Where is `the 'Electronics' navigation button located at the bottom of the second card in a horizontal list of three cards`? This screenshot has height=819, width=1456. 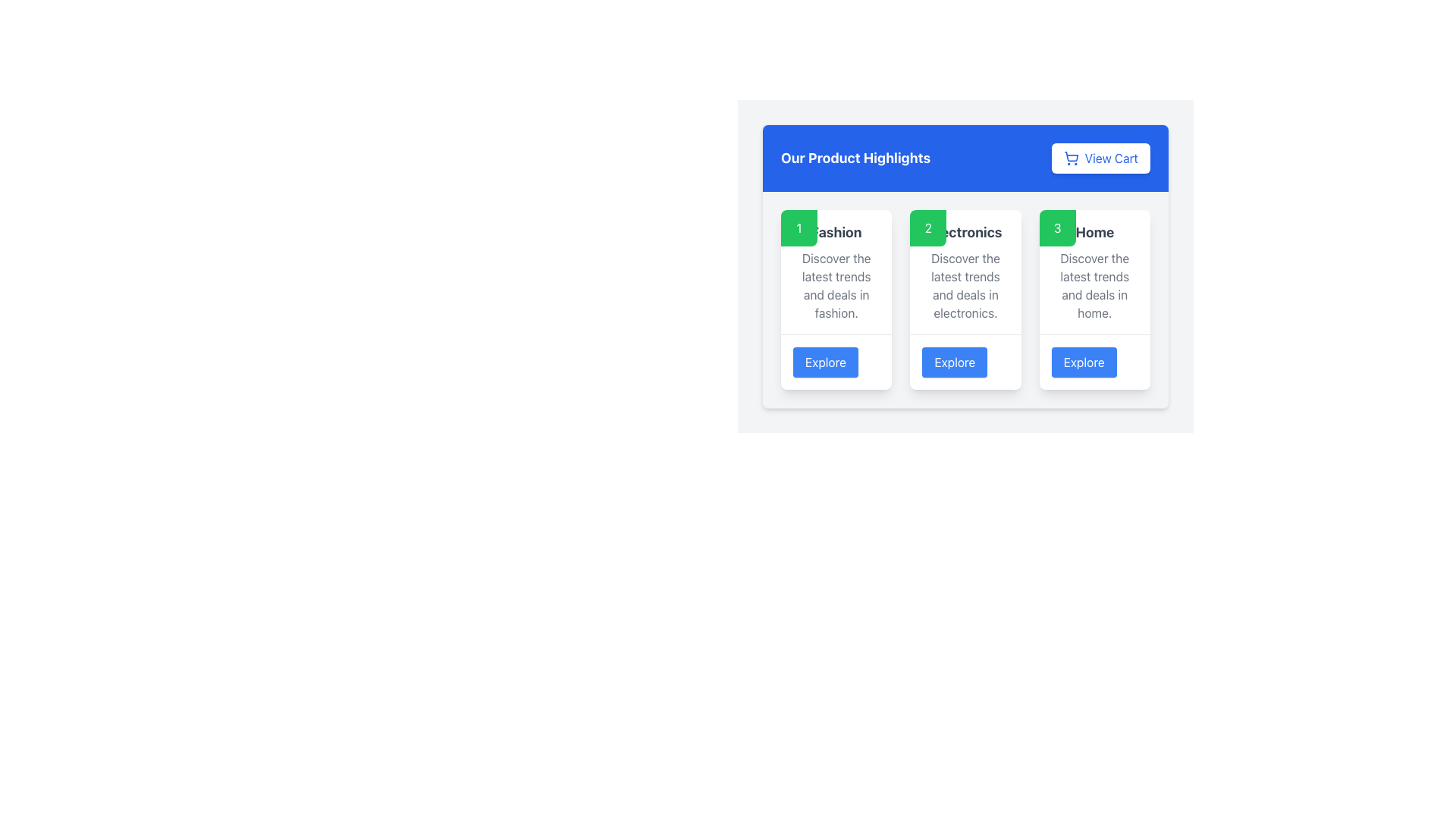 the 'Electronics' navigation button located at the bottom of the second card in a horizontal list of three cards is located at coordinates (965, 362).